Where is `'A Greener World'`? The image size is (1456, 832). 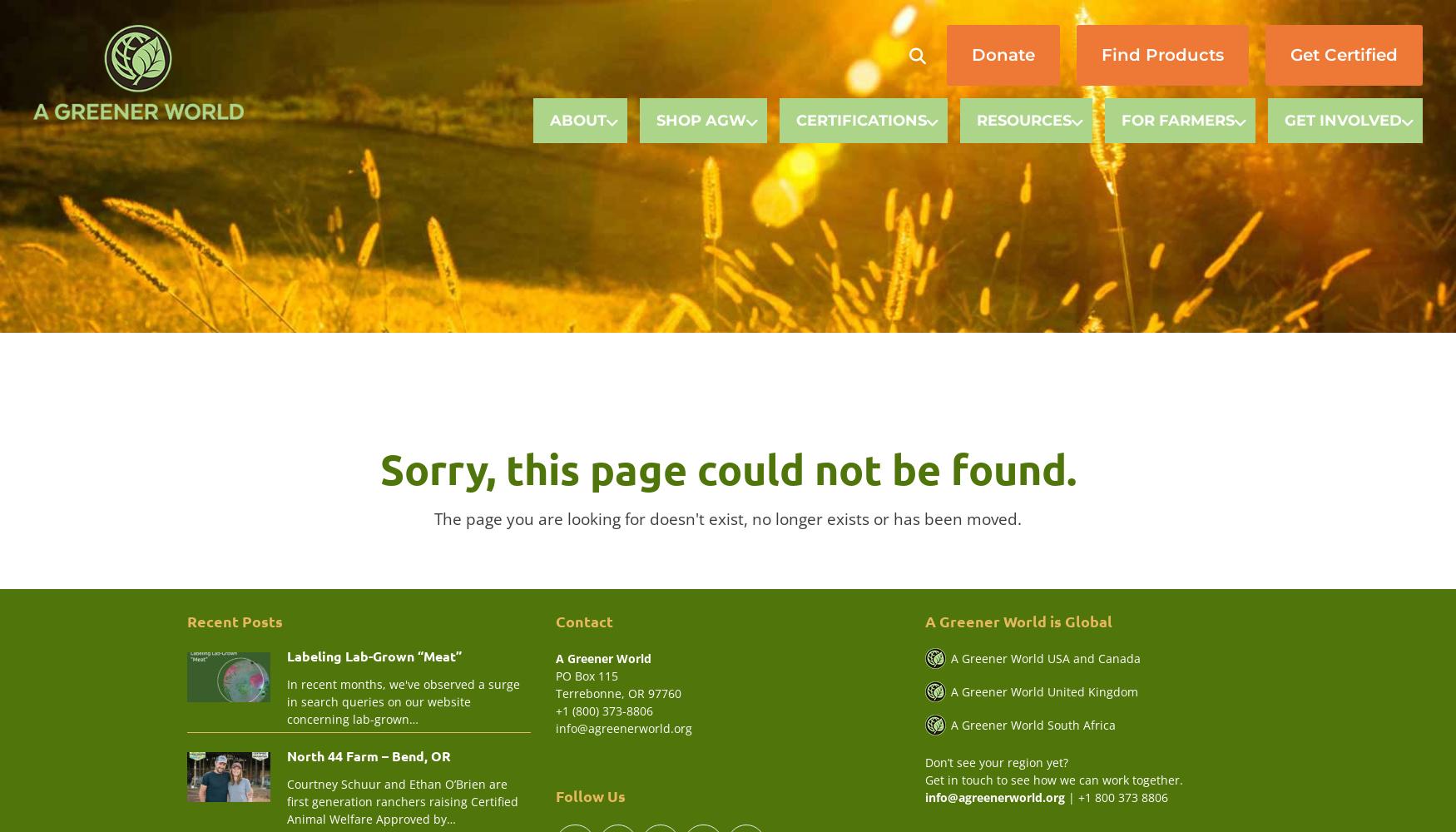
'A Greener World' is located at coordinates (603, 657).